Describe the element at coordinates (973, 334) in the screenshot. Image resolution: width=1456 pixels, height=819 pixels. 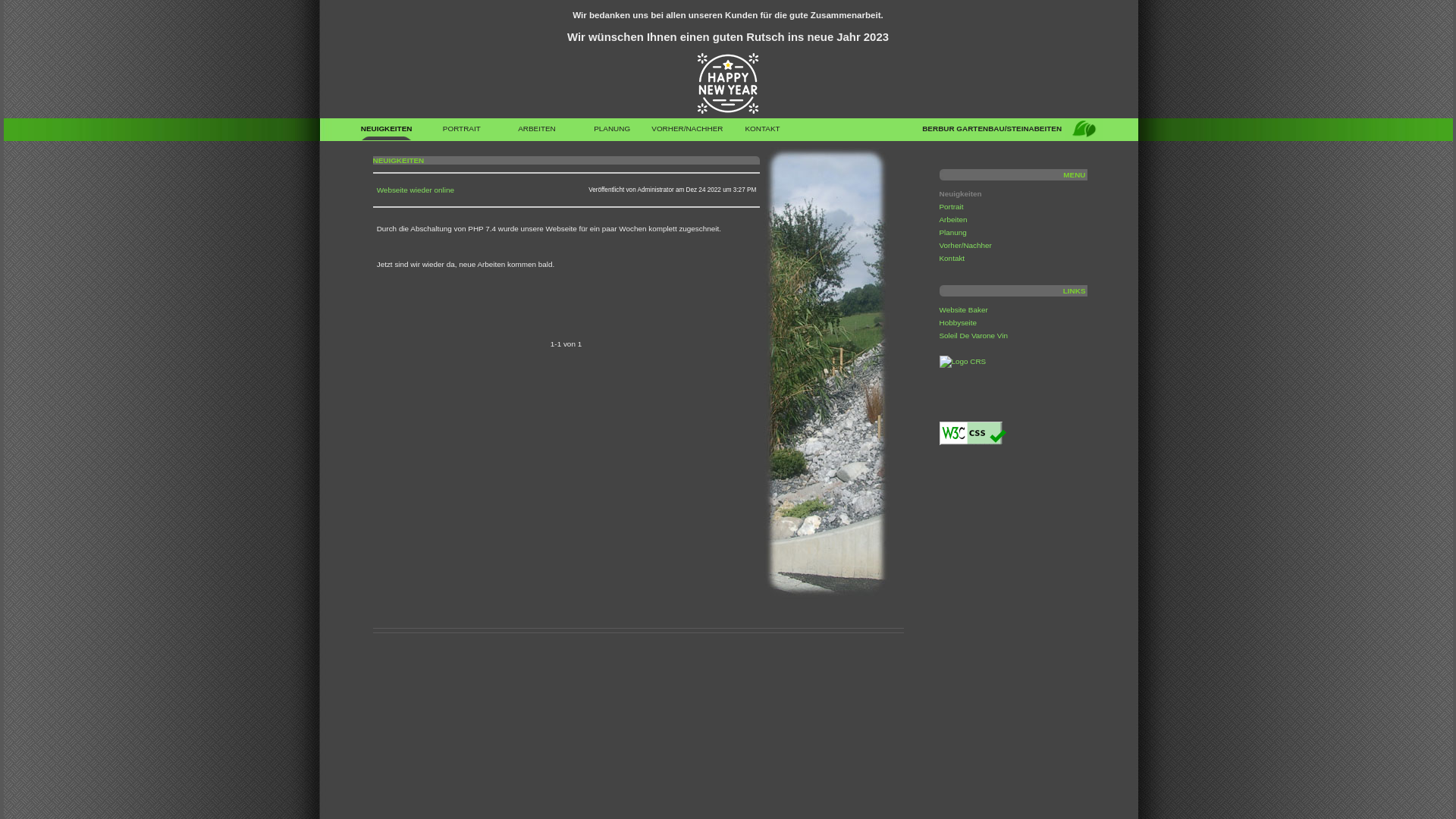
I see `'Soleil De Varone Vin'` at that location.